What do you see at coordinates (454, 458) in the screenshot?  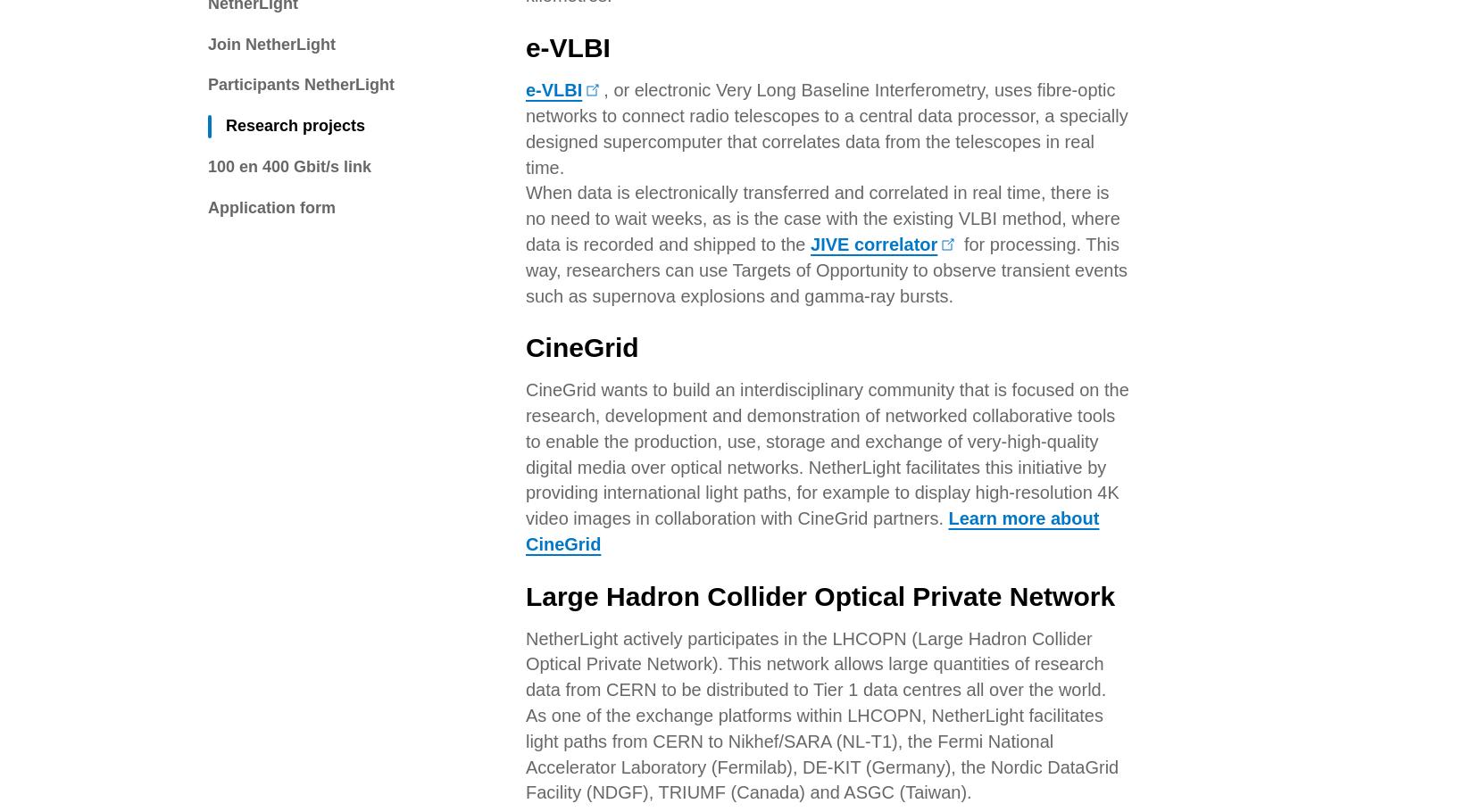 I see `'Expert group Networks'` at bounding box center [454, 458].